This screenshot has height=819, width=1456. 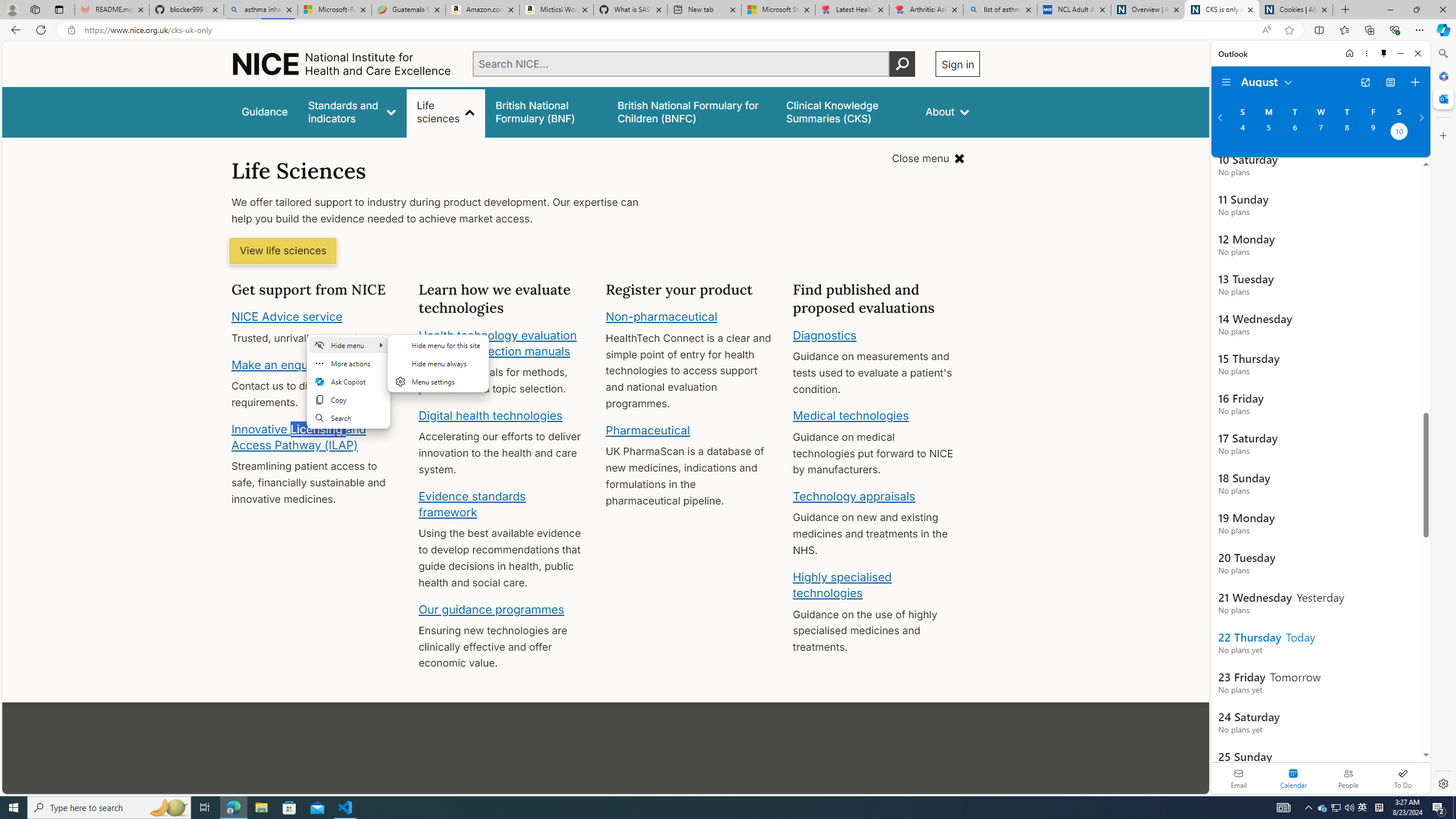 I want to click on 'Selected calendar module. Date today is 22', so click(x=1293, y=777).